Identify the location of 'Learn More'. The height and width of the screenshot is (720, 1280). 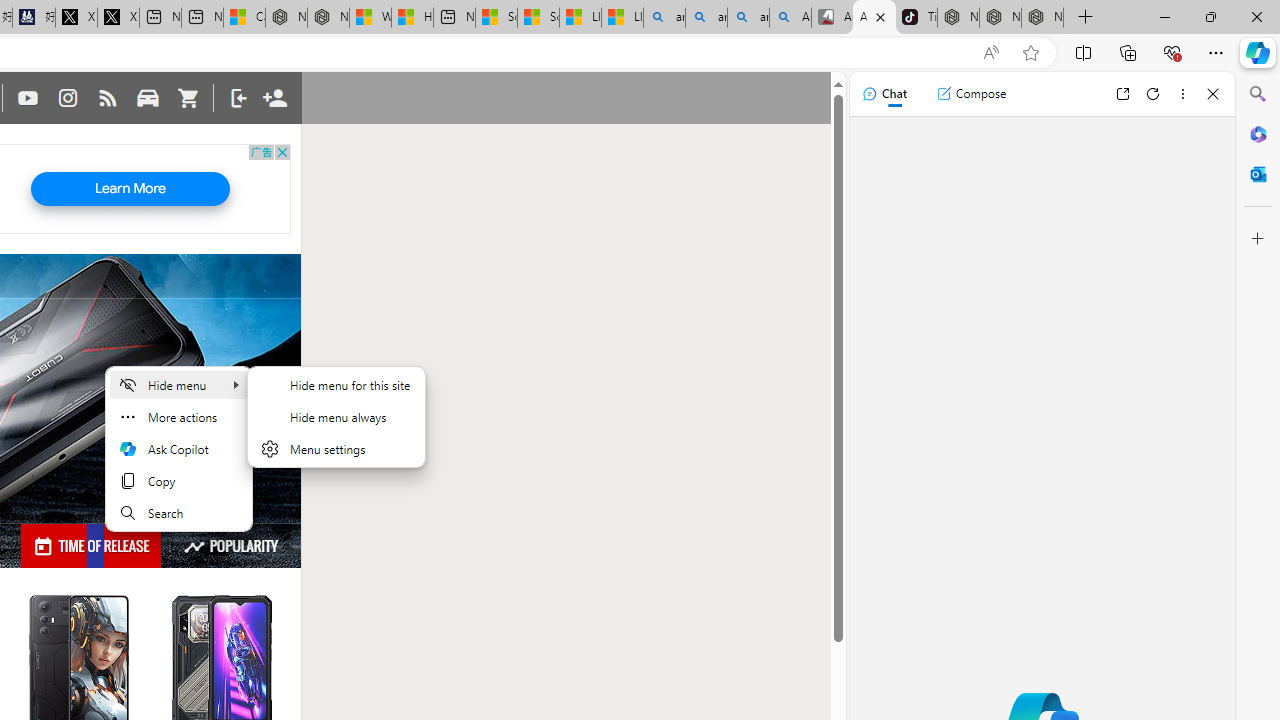
(128, 189).